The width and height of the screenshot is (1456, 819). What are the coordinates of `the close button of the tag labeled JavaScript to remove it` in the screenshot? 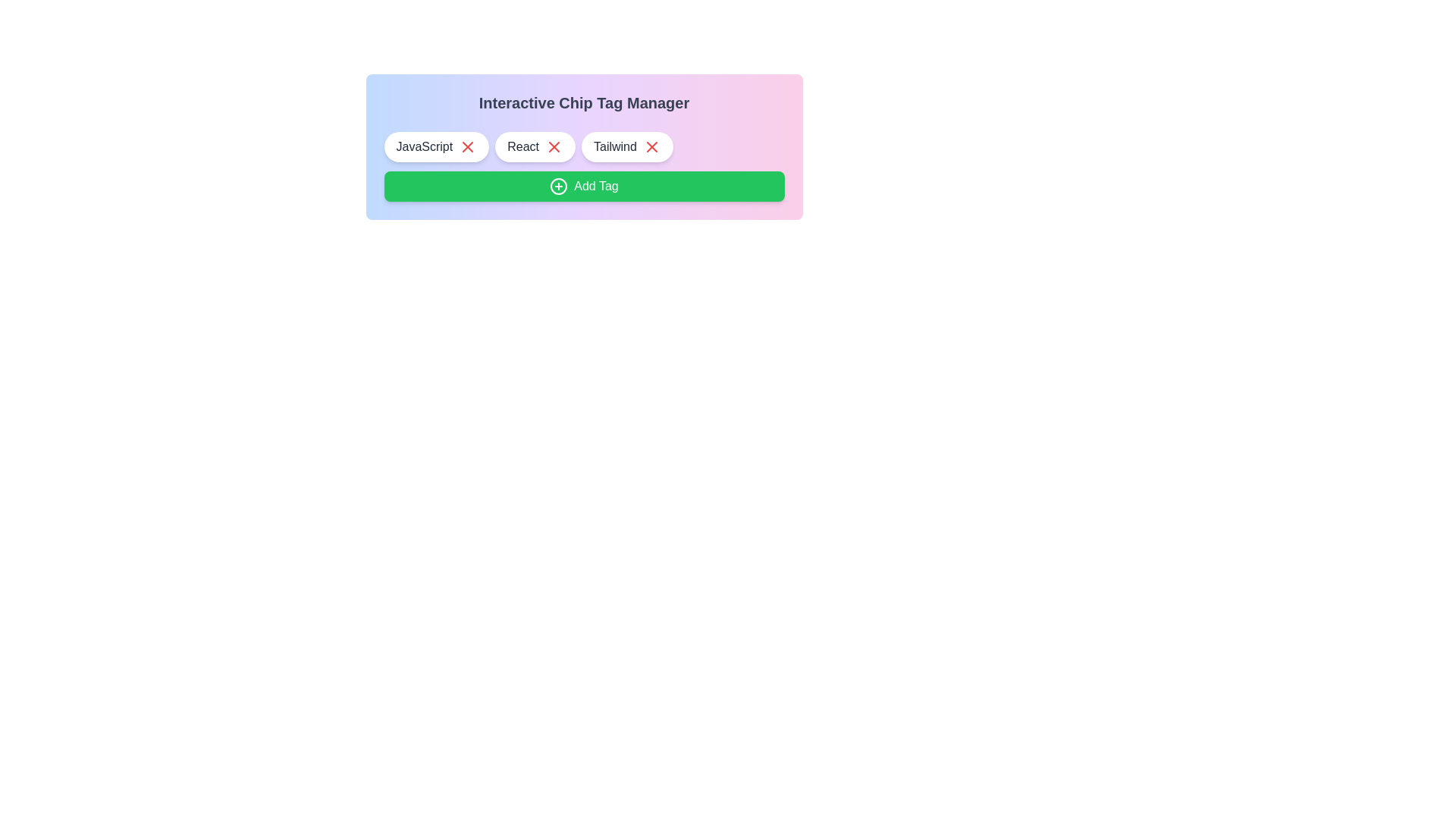 It's located at (467, 146).